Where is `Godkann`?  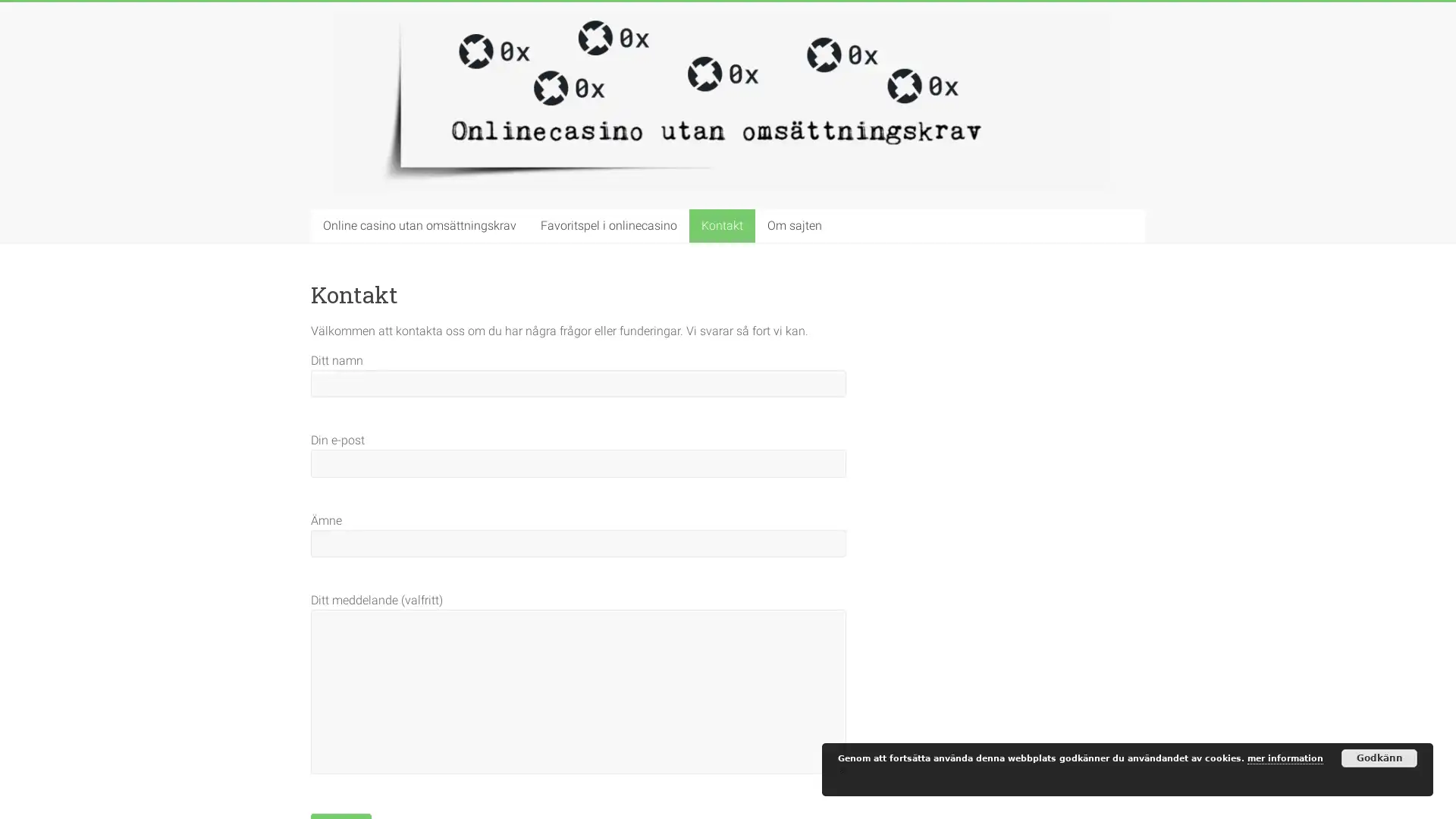
Godkann is located at coordinates (1379, 758).